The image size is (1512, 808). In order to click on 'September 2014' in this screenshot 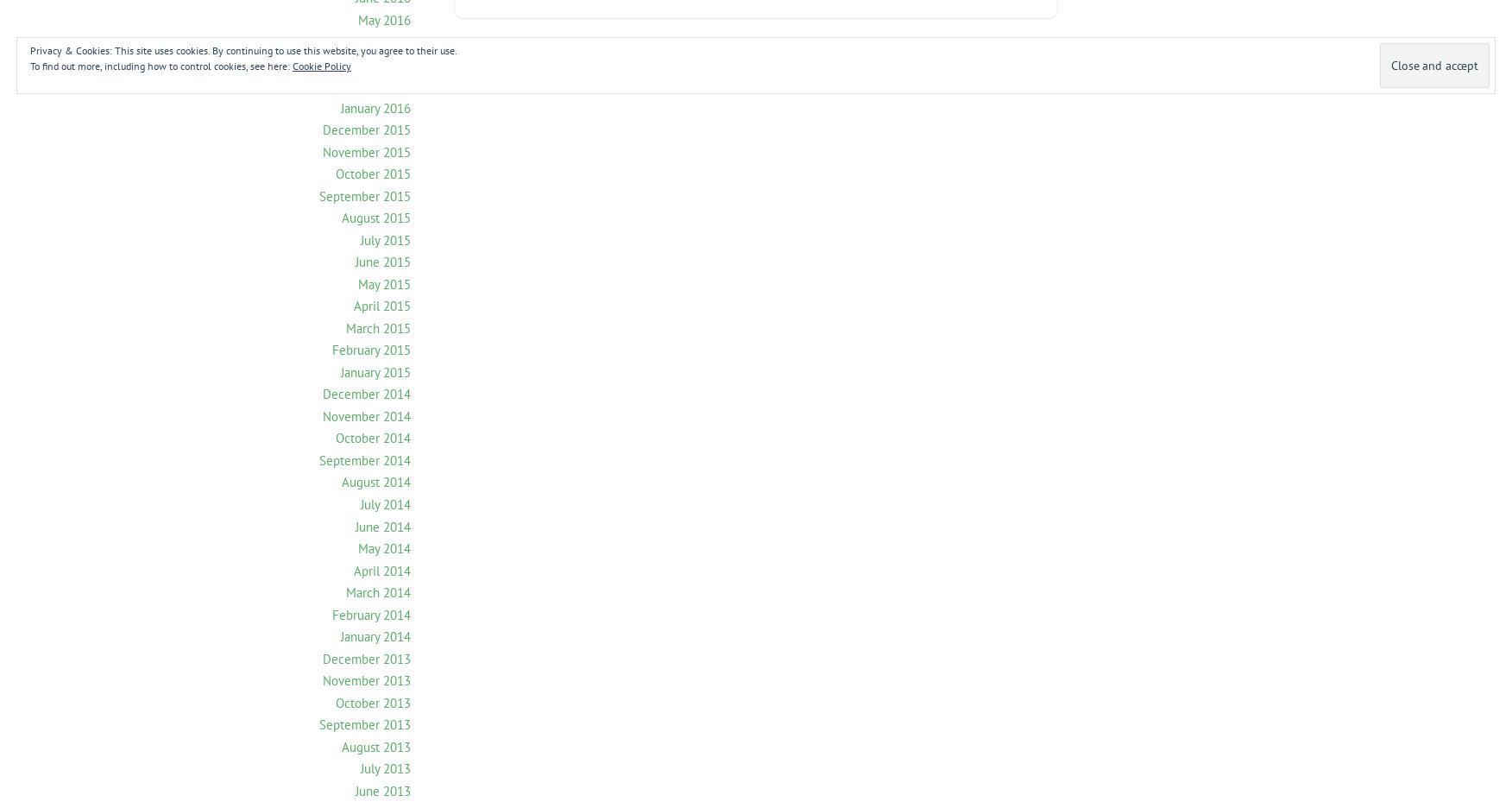, I will do `click(363, 459)`.